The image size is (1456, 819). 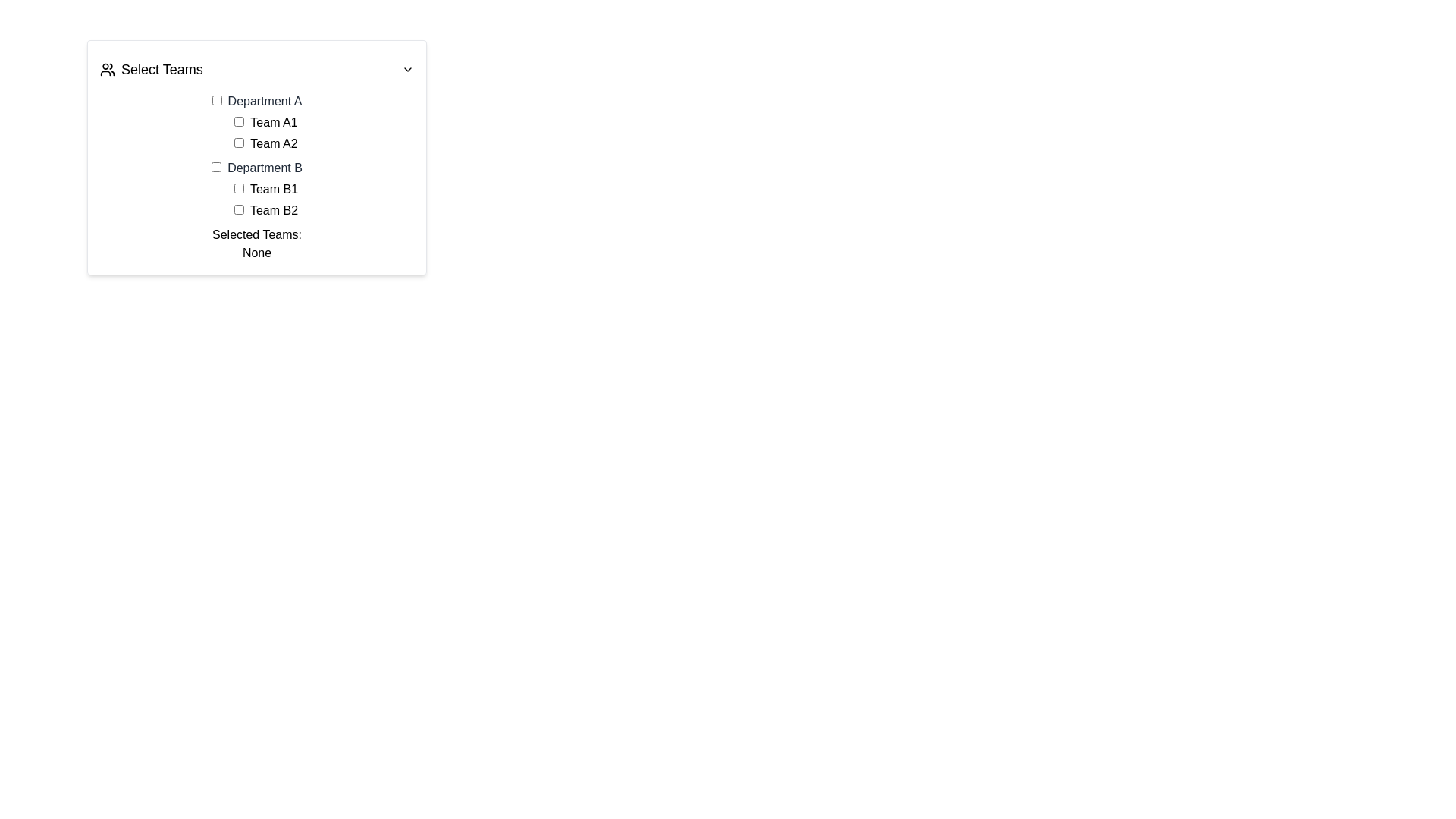 I want to click on text element displaying hierarchical information including 'Department A', 'Team A1', 'Team A2', 'Department B', 'Team B1', and 'Team B2', which is located below the 'Select Teams' label and above the 'Selected Teams: None' text, so click(x=257, y=155).